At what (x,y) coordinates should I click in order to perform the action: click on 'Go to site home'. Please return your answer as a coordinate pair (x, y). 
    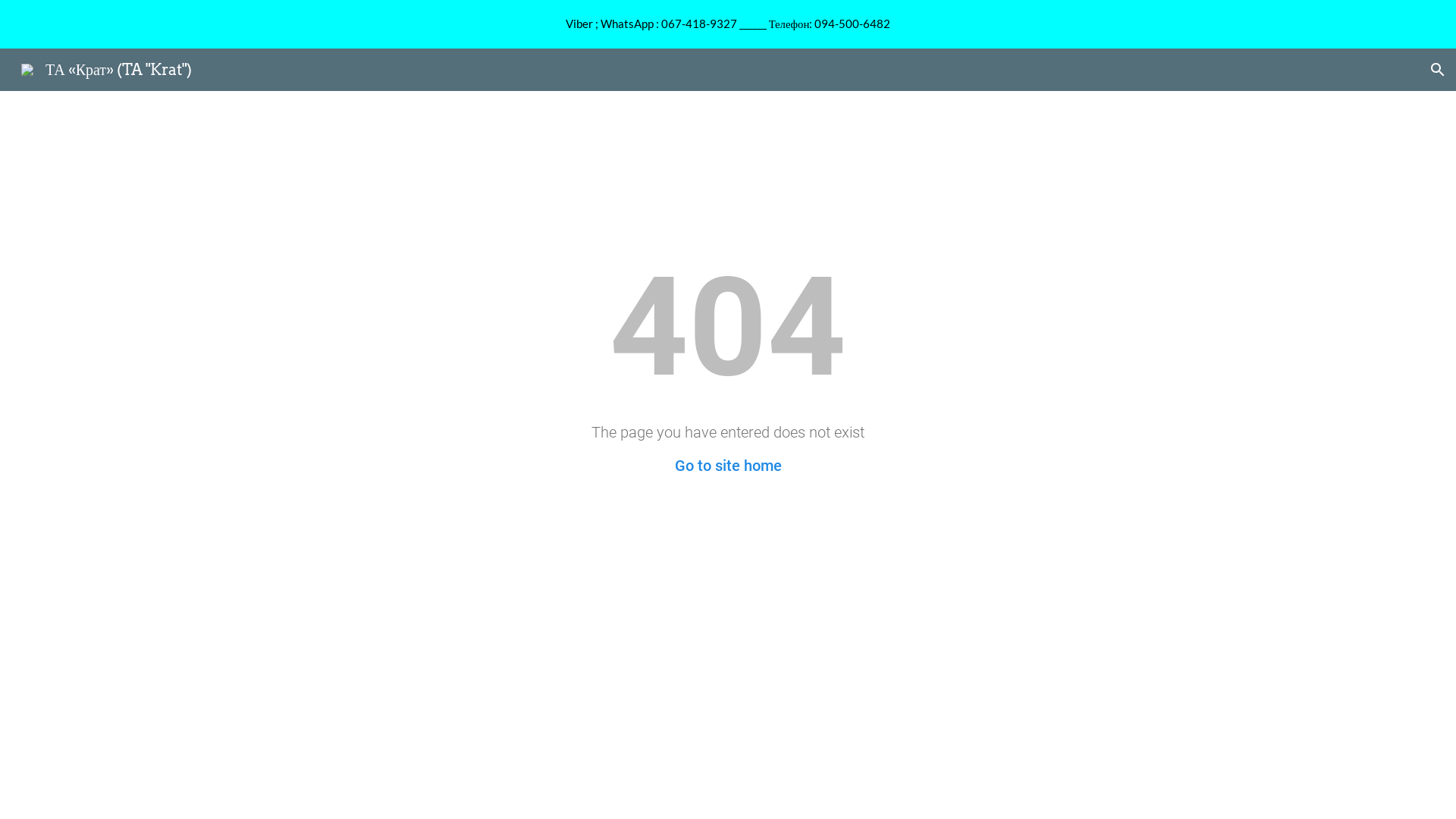
    Looking at the image, I should click on (728, 464).